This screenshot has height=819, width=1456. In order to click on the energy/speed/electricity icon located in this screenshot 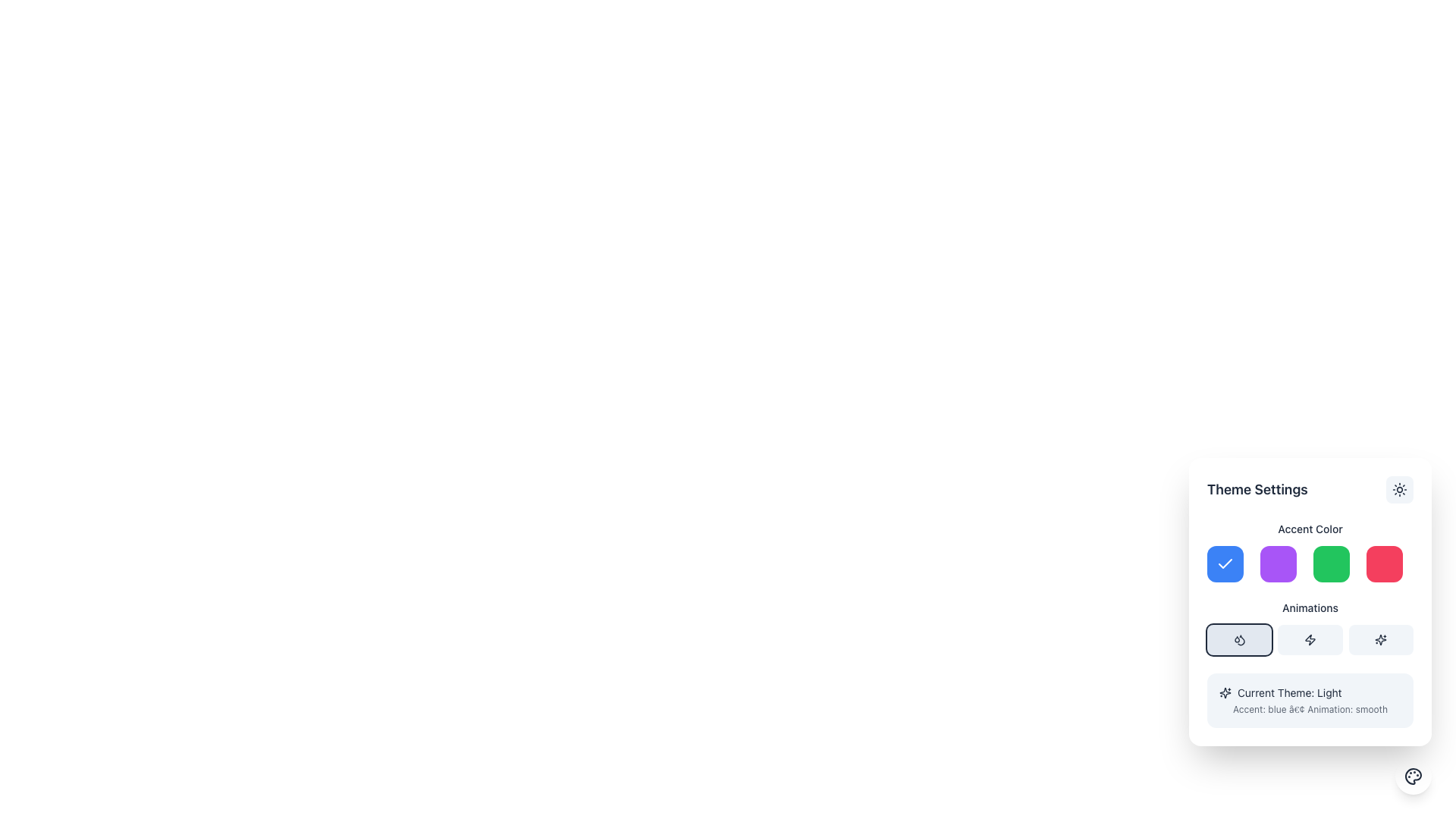, I will do `click(1310, 640)`.